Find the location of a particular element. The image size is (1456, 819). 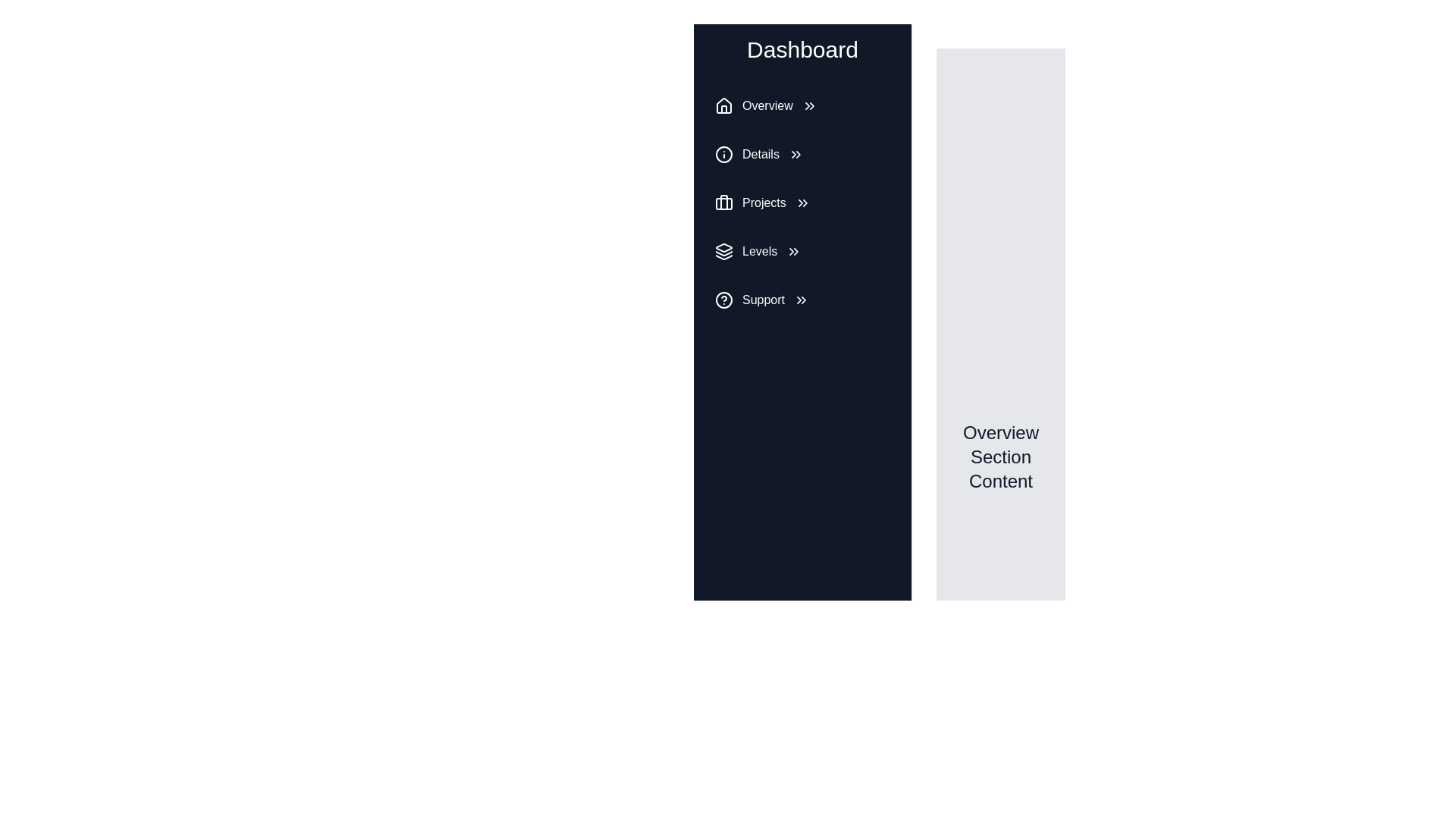

the 'Details' icon located in the sidebar menu, positioned at the leftmost side next to the 'Details' label is located at coordinates (723, 155).